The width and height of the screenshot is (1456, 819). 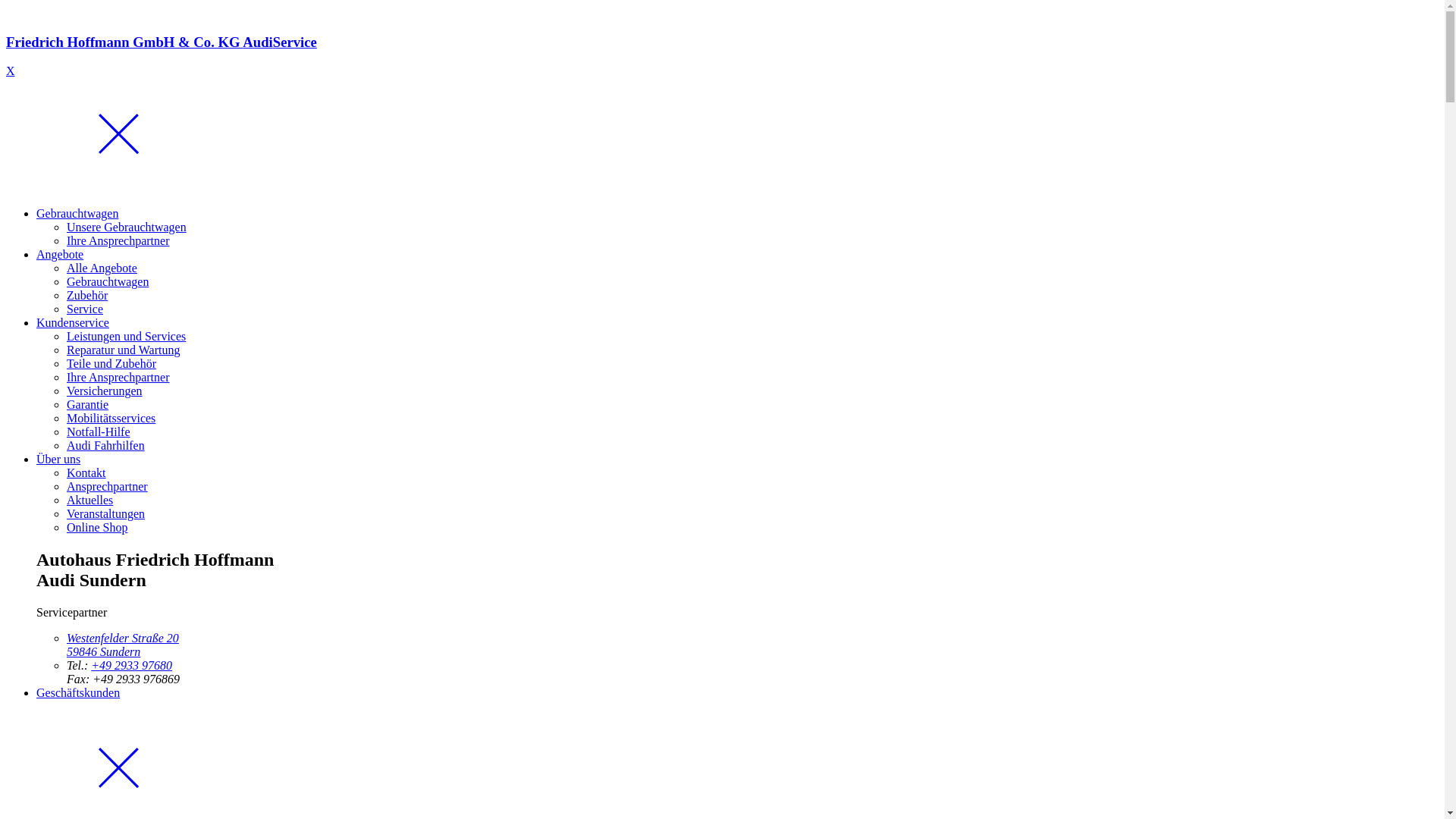 I want to click on 'Veranstaltungen', so click(x=105, y=513).